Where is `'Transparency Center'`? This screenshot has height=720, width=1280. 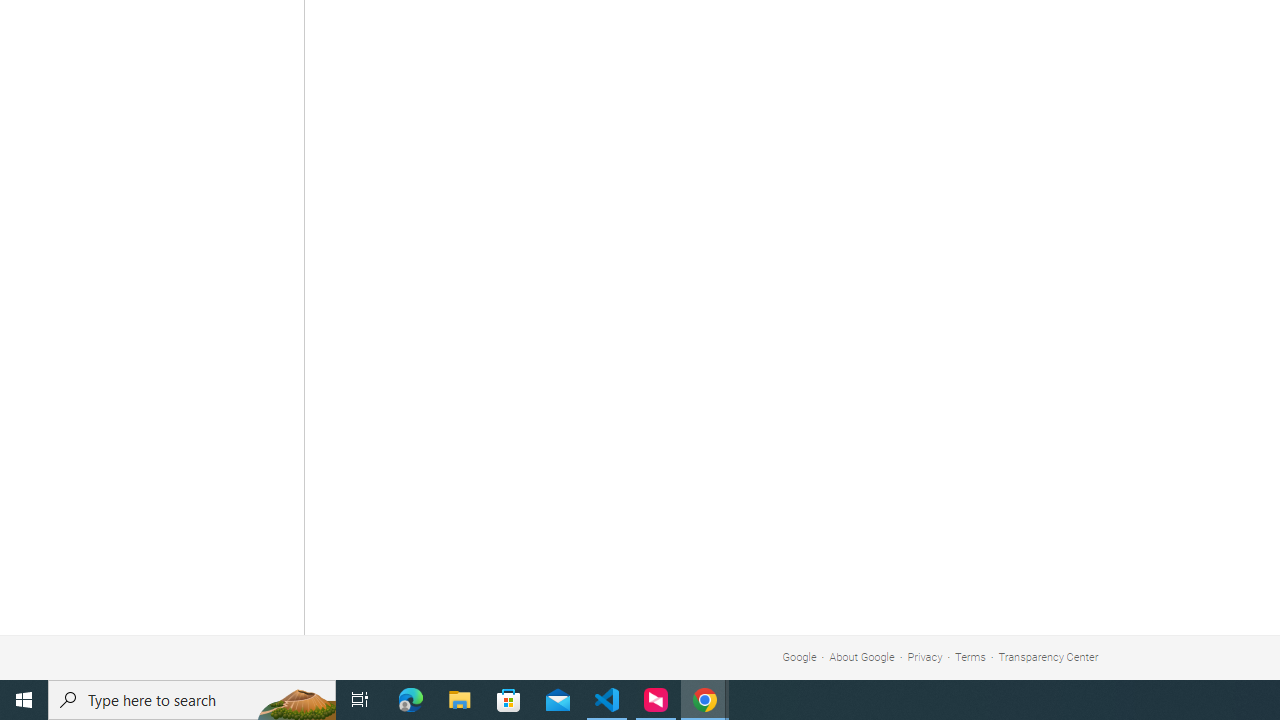
'Transparency Center' is located at coordinates (1047, 657).